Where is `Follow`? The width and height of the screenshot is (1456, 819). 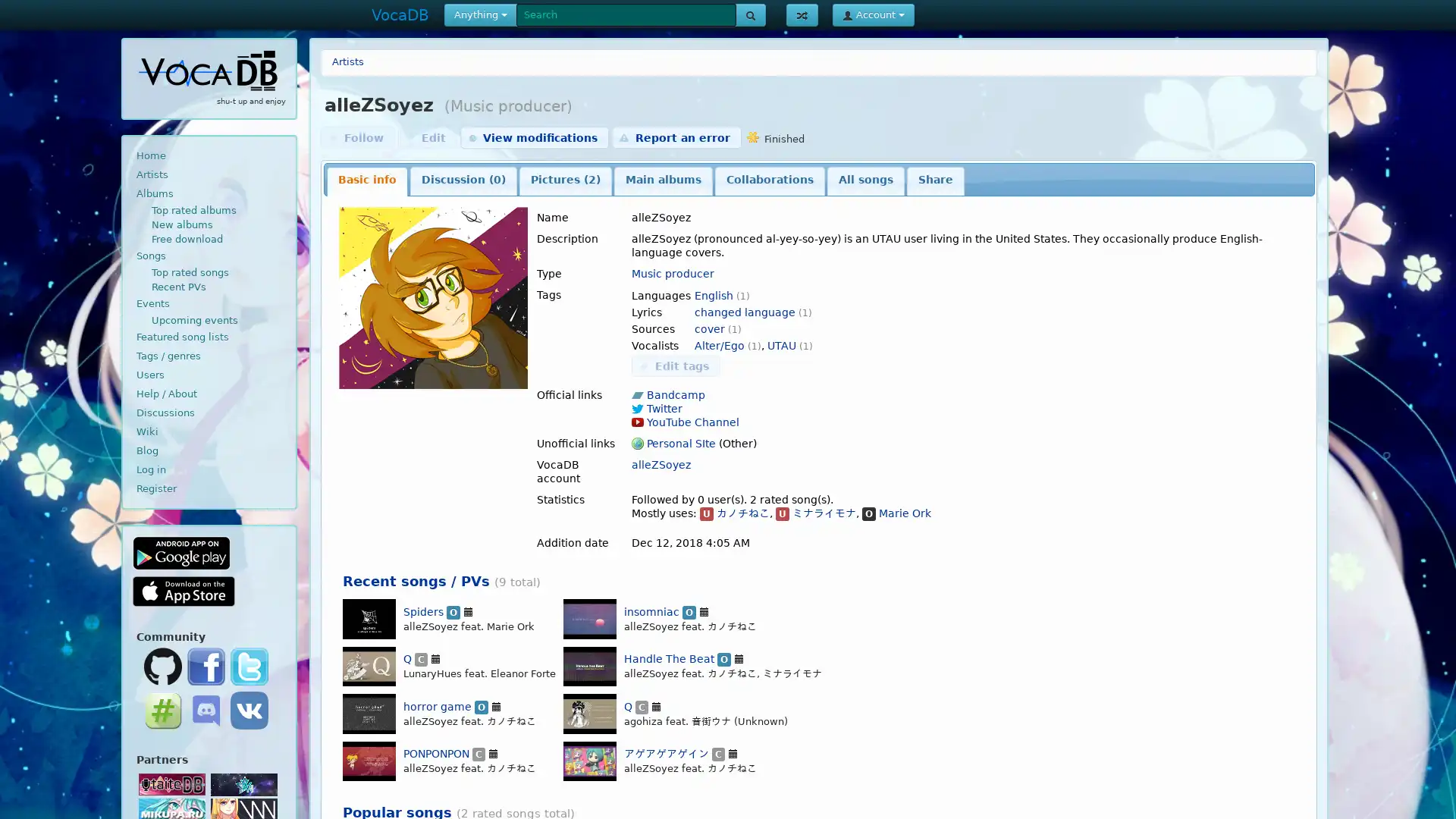 Follow is located at coordinates (356, 137).